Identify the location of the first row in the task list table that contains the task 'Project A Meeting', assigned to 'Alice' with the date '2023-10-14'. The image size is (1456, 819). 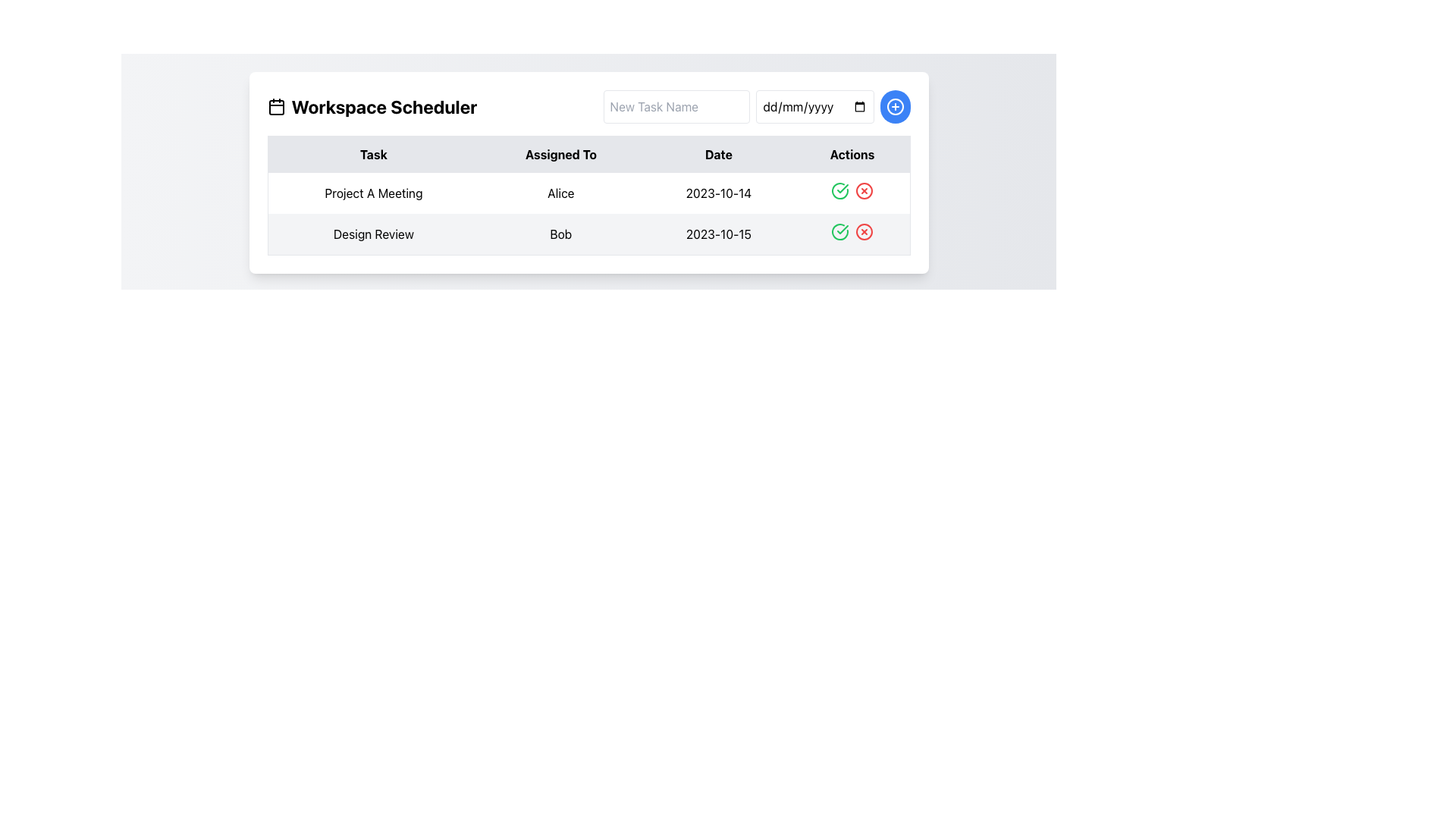
(588, 192).